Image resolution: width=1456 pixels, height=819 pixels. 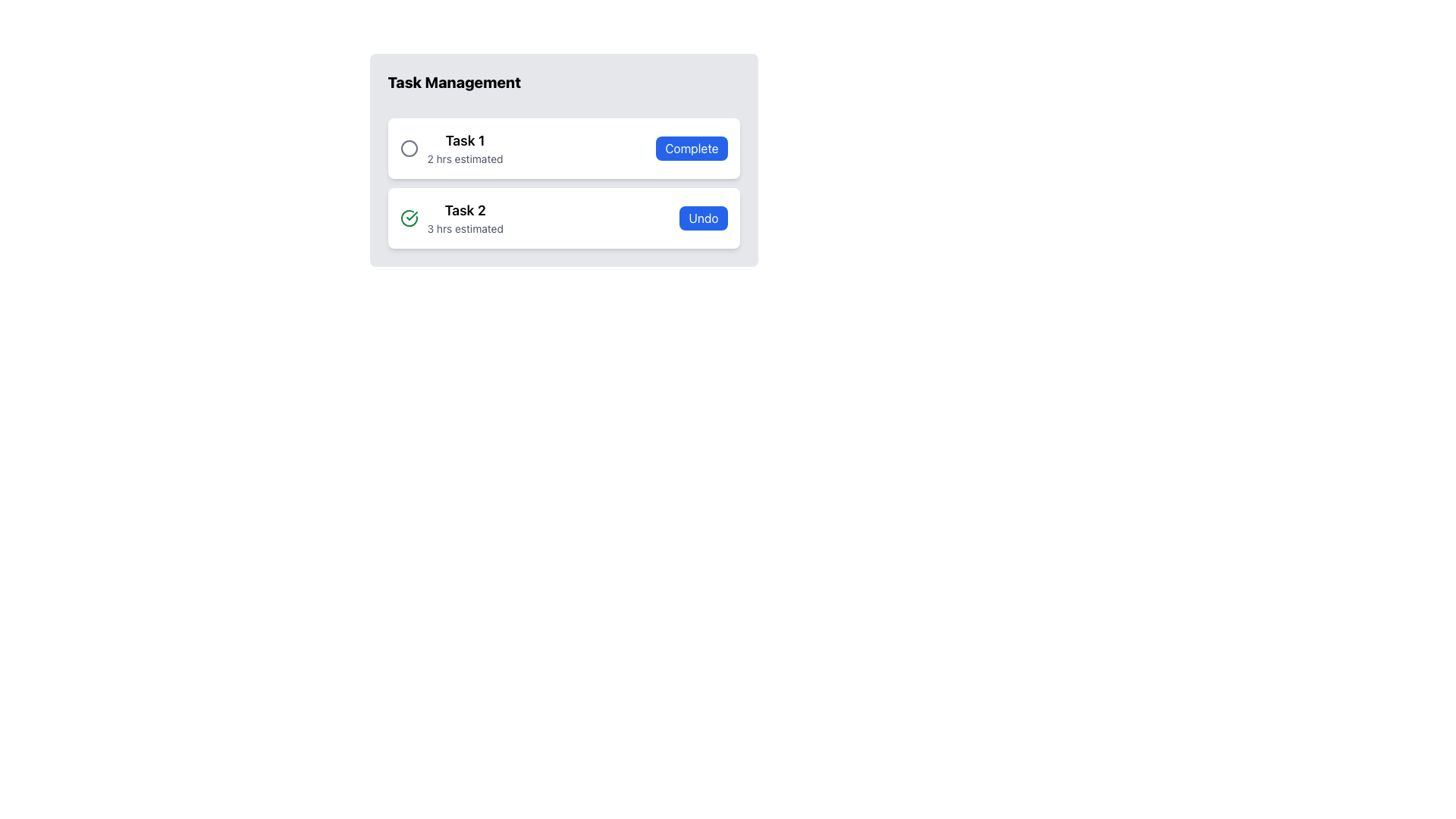 What do you see at coordinates (450, 218) in the screenshot?
I see `the List Item with an Icon and Text indicating the task titled 'Task 1', which is located in the second row of the task list area, to the left of the 'Undo' button` at bounding box center [450, 218].